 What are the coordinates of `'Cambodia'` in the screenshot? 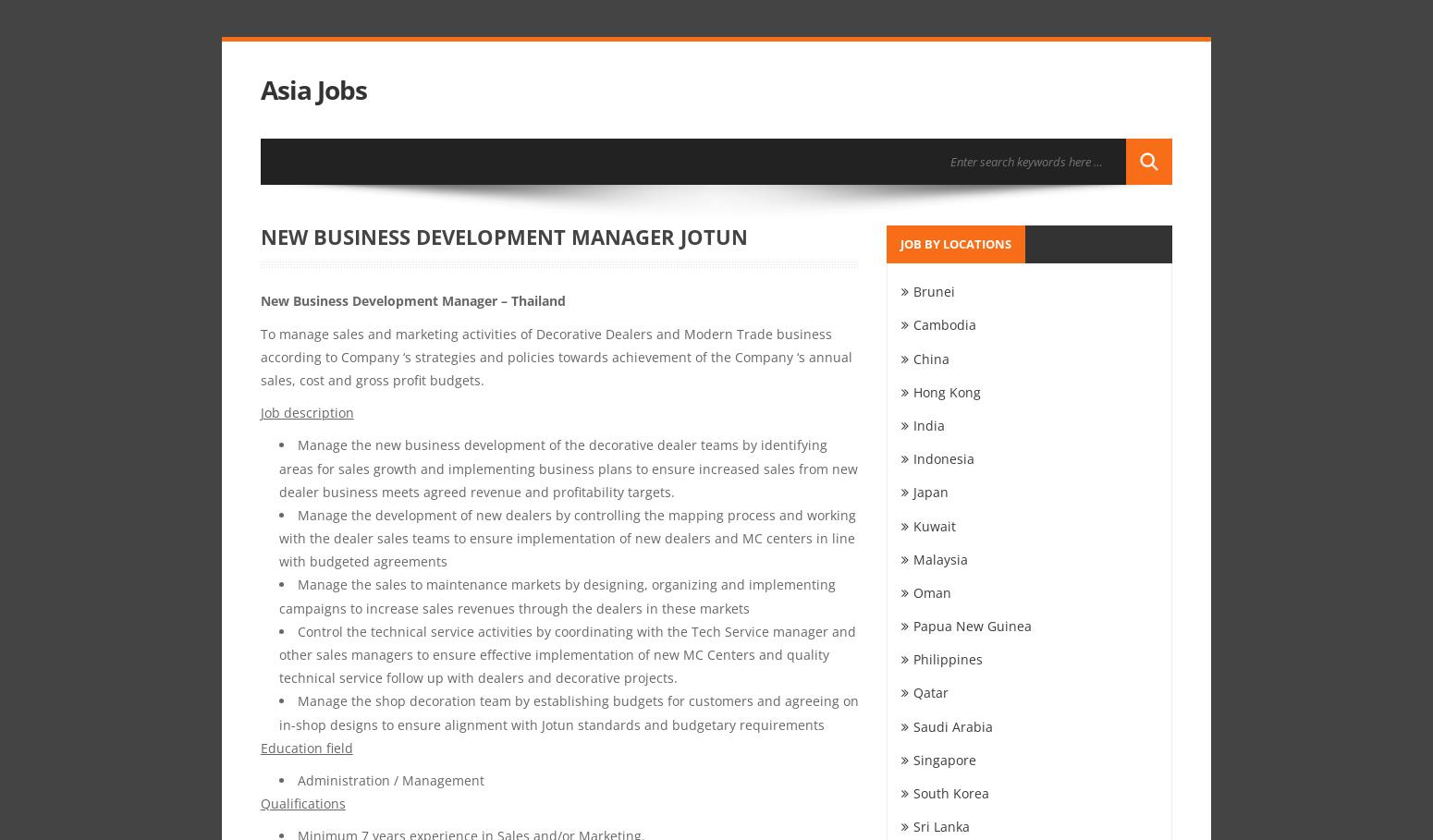 It's located at (912, 323).